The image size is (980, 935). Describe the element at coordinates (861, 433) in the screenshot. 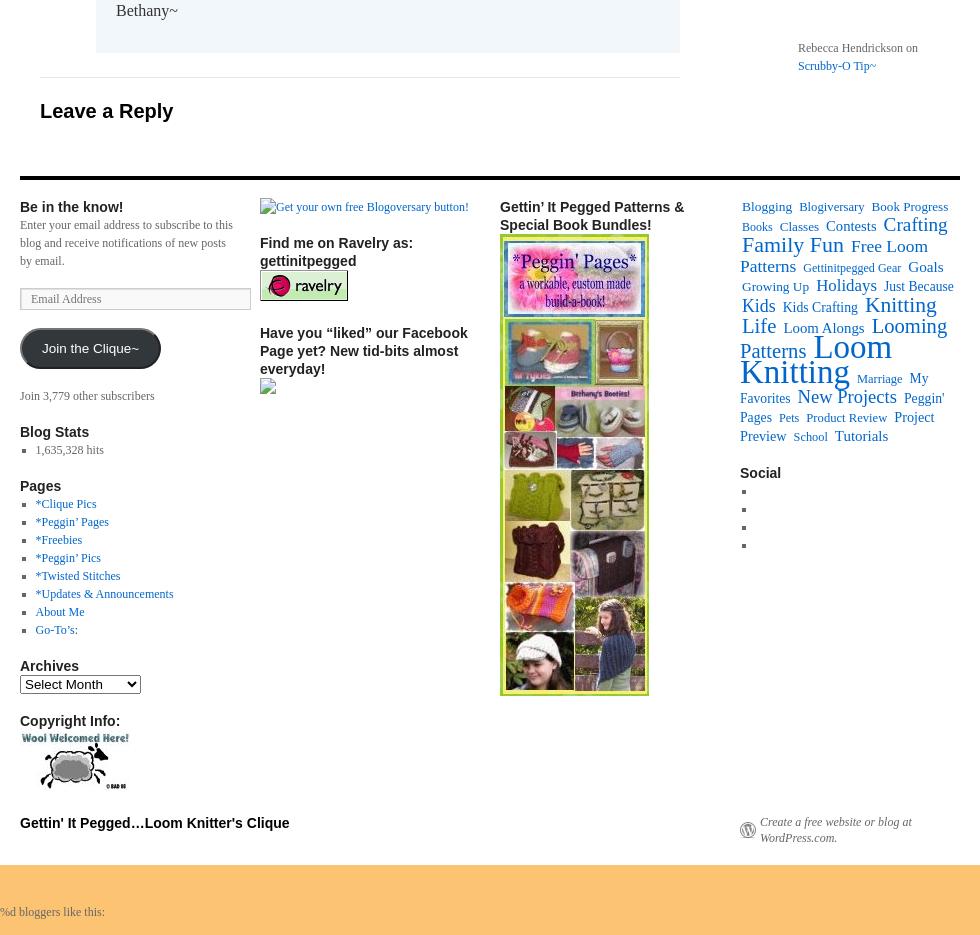

I see `'Tutorials'` at that location.